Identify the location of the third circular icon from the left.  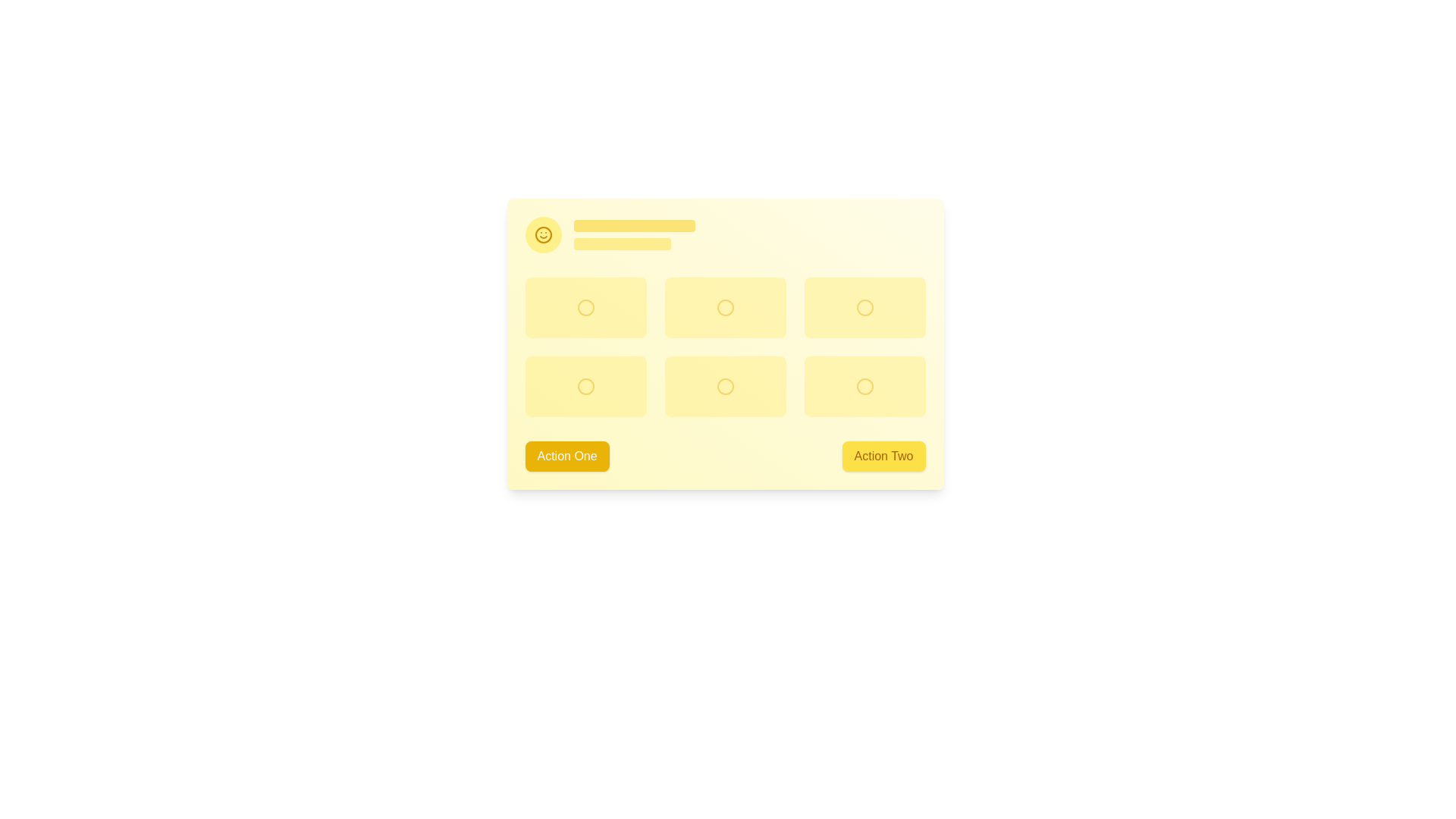
(864, 307).